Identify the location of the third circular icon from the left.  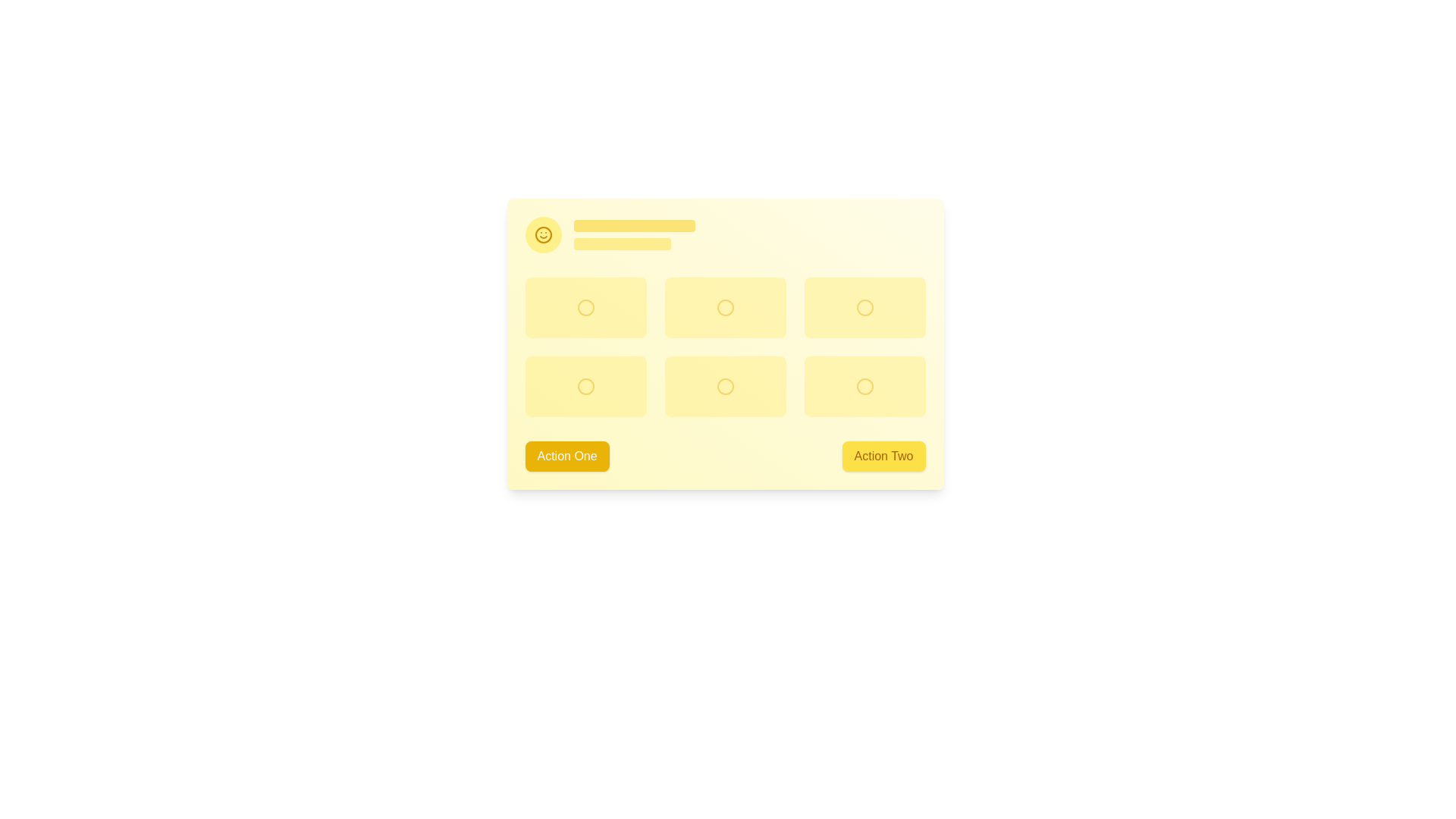
(864, 307).